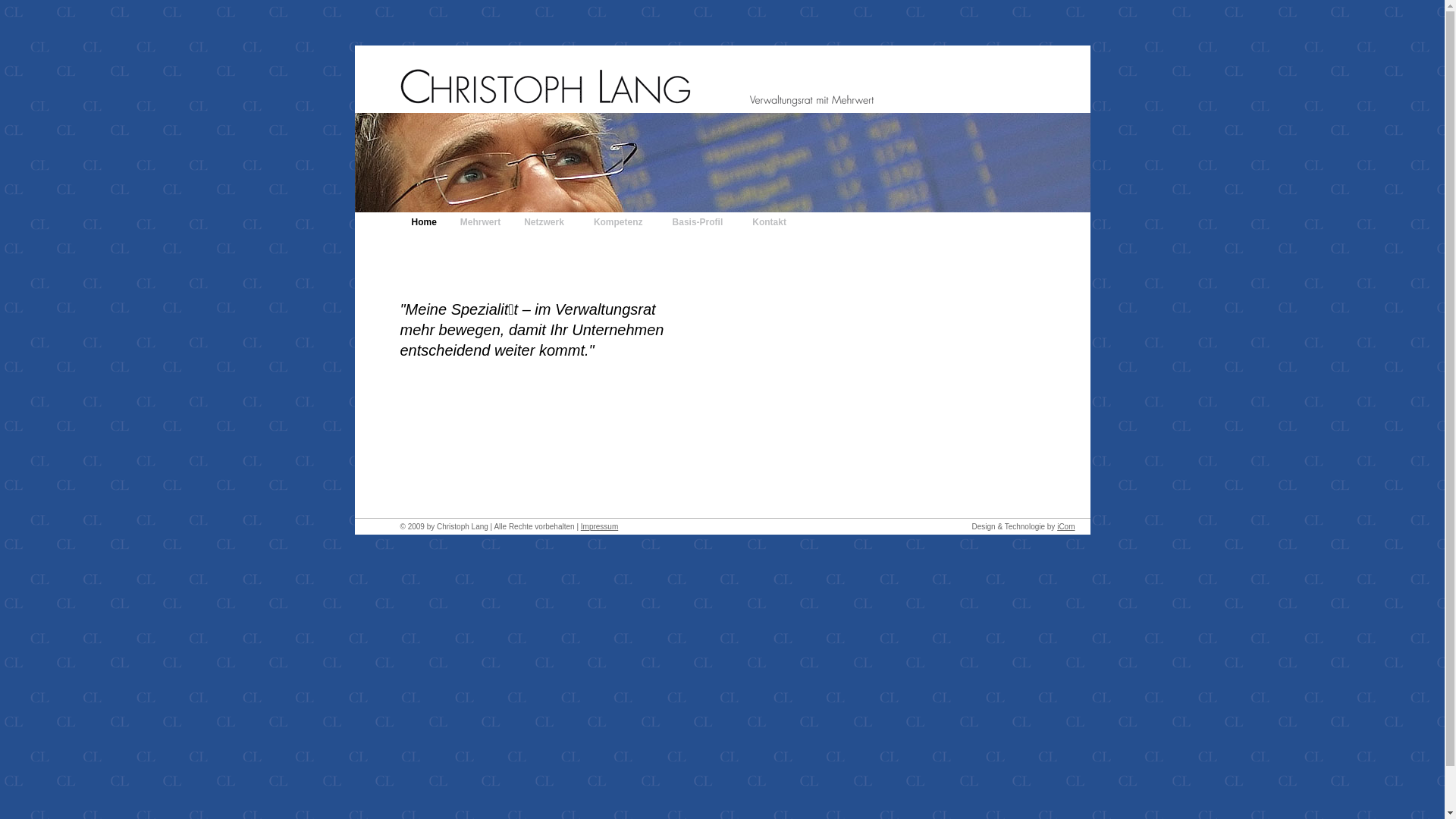 The image size is (1456, 819). I want to click on 'Kompetenz', so click(622, 222).